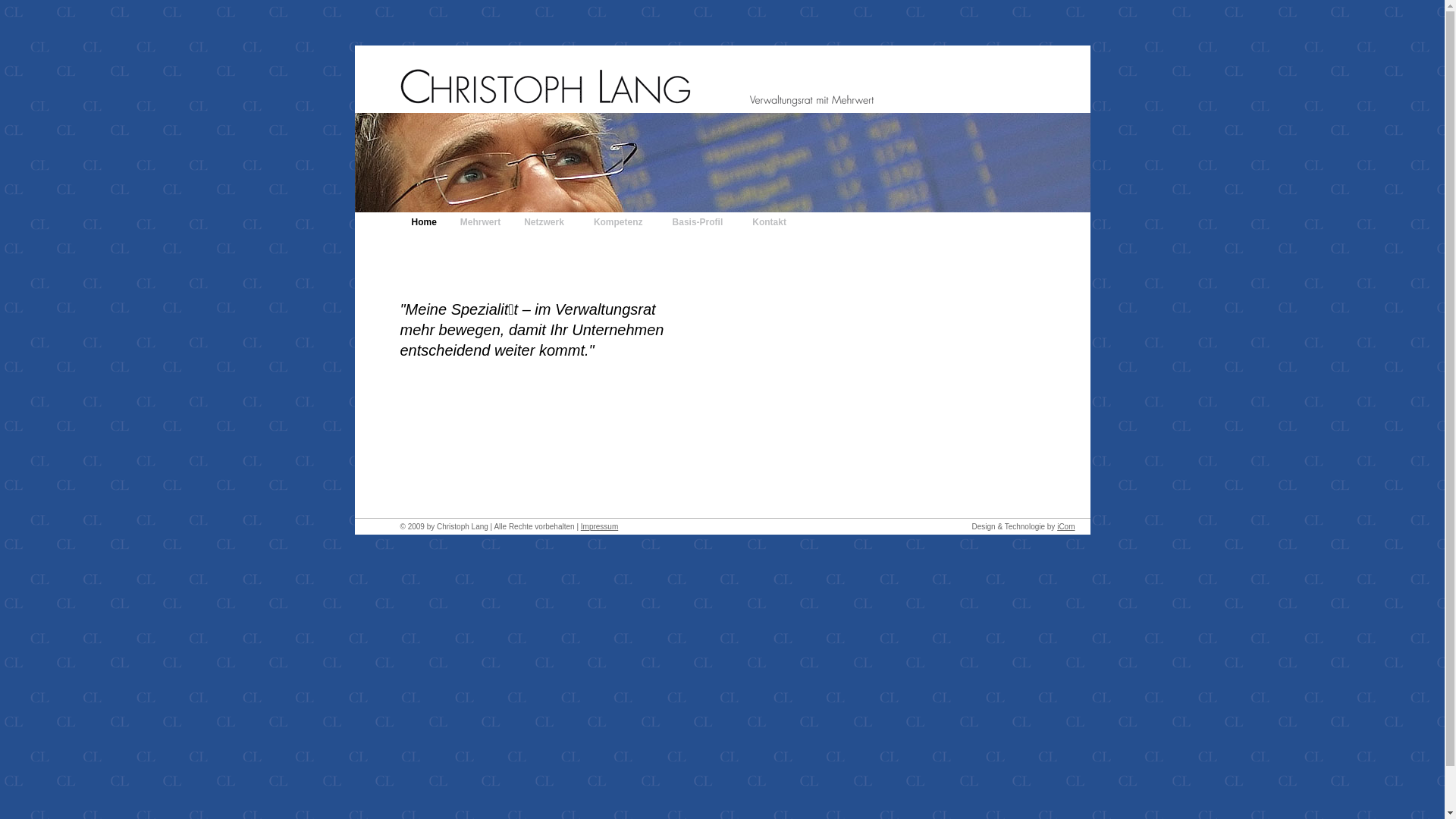 The image size is (1456, 819). I want to click on 'Kompetenz', so click(622, 222).